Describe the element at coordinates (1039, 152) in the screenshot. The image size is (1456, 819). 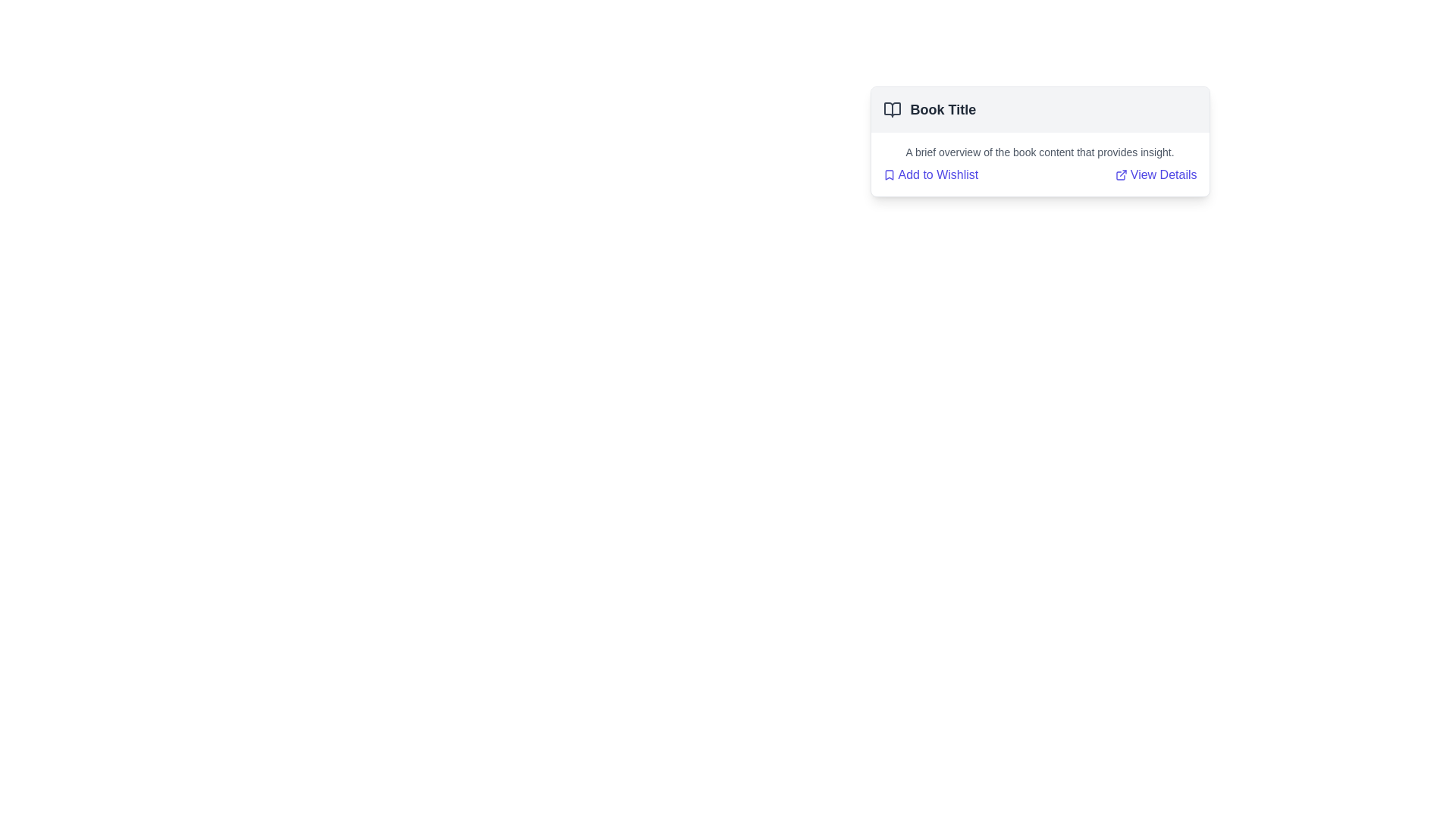
I see `the text element that provides a description or summary of a book's content, located immediately below the title section and above the interactive links` at that location.